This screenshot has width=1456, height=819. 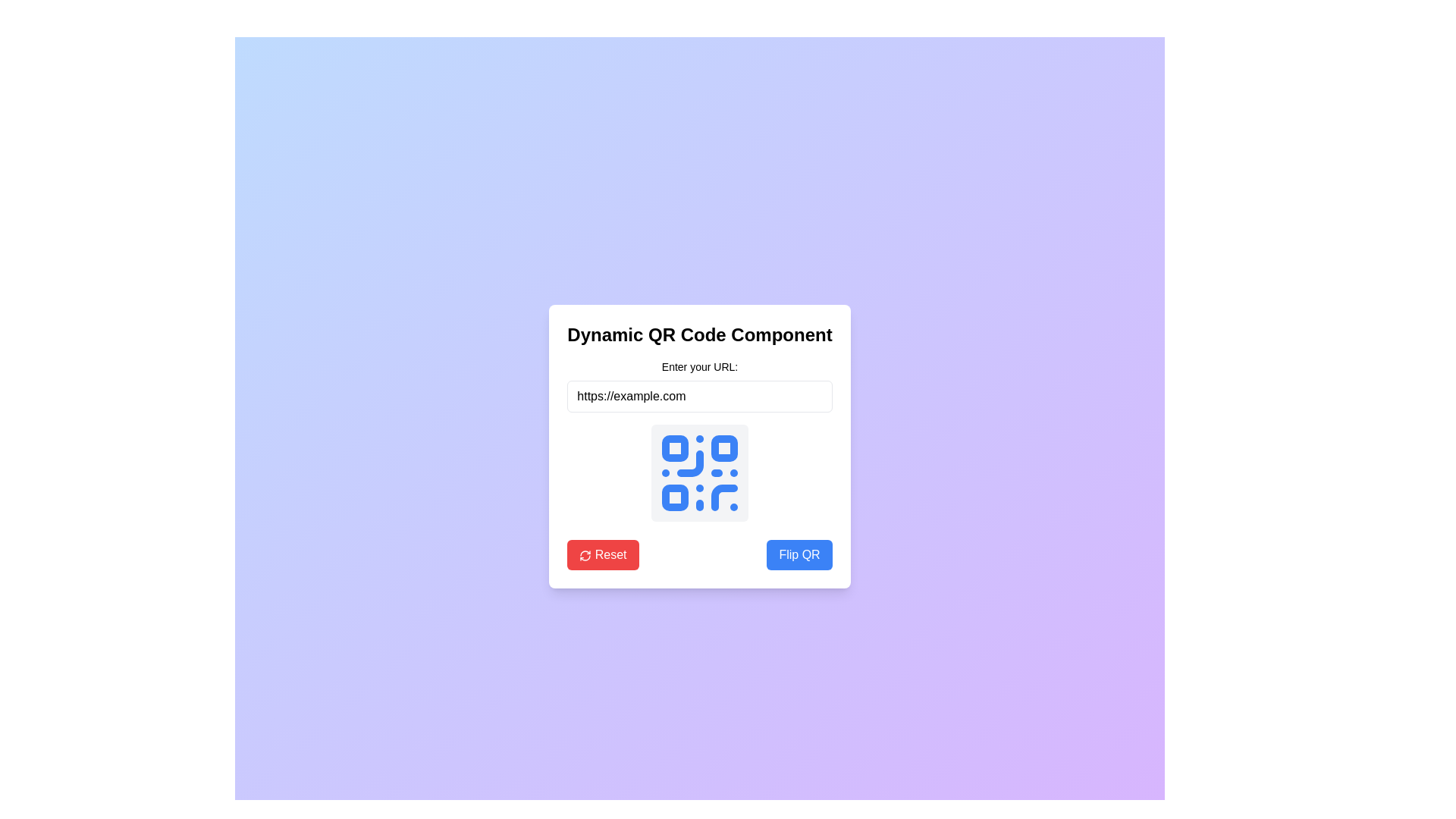 I want to click on the small rectangle located in the top-right section of the QR code graphic, which is the second square in the horizontal grid row, part of the blue square grid, so click(x=723, y=447).